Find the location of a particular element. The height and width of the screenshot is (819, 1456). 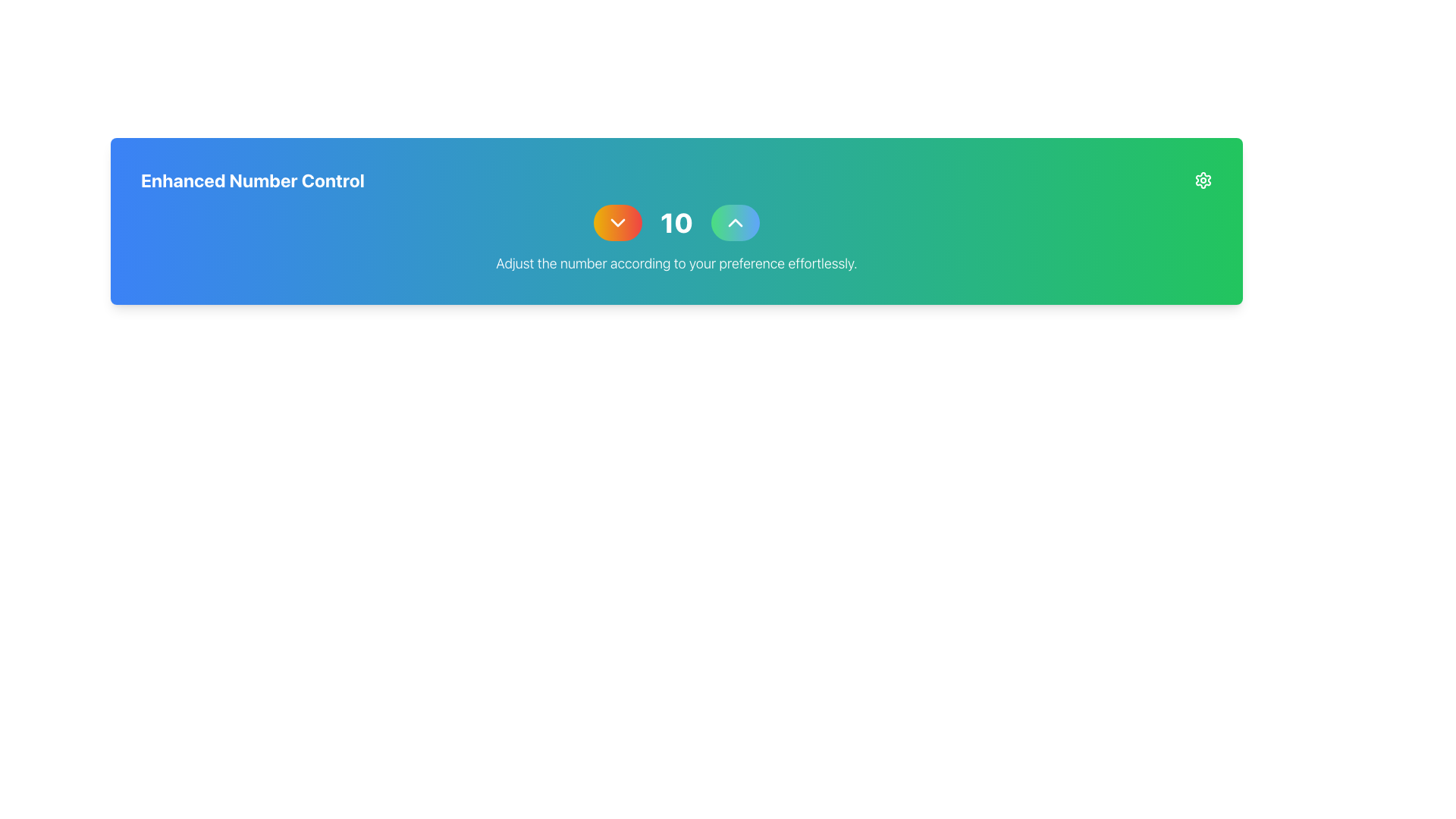

the decrement icon located inside the right circular button near the value '10' is located at coordinates (618, 222).